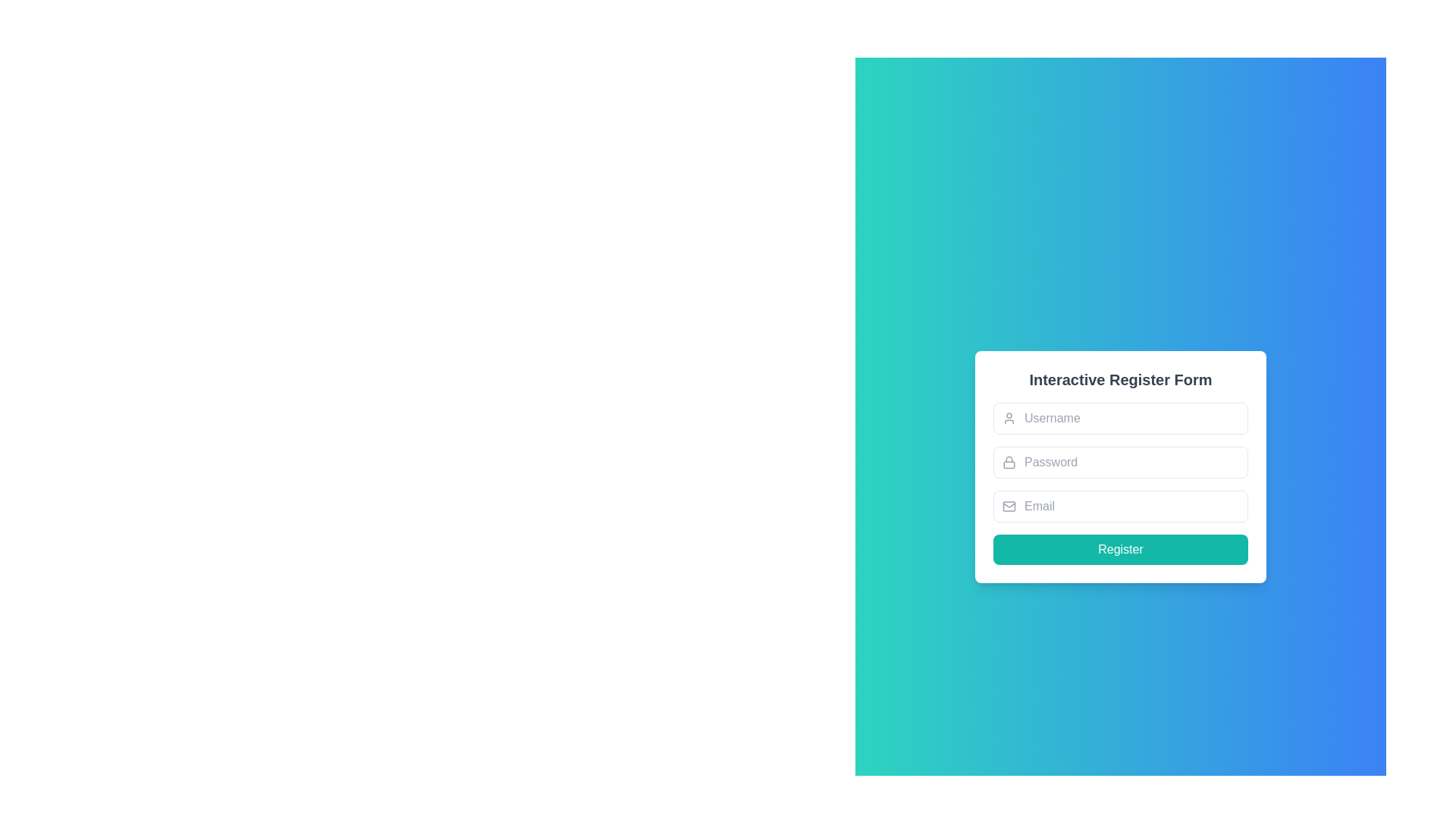 Image resolution: width=1456 pixels, height=819 pixels. What do you see at coordinates (1009, 506) in the screenshot?
I see `SVG graphical element that represents the envelope icon near the email input field in the interactive registration form by using the developer tools` at bounding box center [1009, 506].